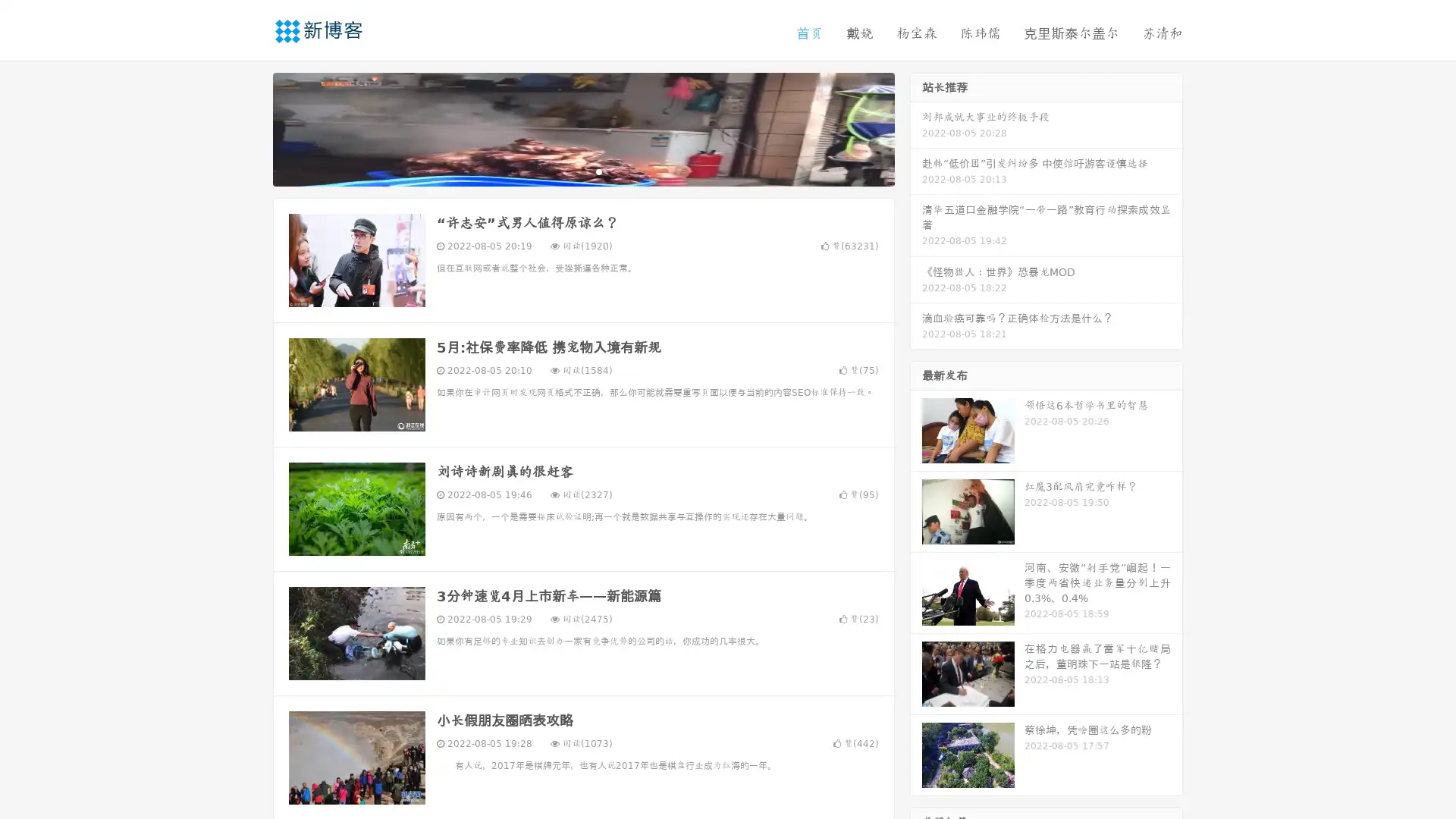 The width and height of the screenshot is (1456, 819). What do you see at coordinates (567, 171) in the screenshot?
I see `Go to slide 1` at bounding box center [567, 171].